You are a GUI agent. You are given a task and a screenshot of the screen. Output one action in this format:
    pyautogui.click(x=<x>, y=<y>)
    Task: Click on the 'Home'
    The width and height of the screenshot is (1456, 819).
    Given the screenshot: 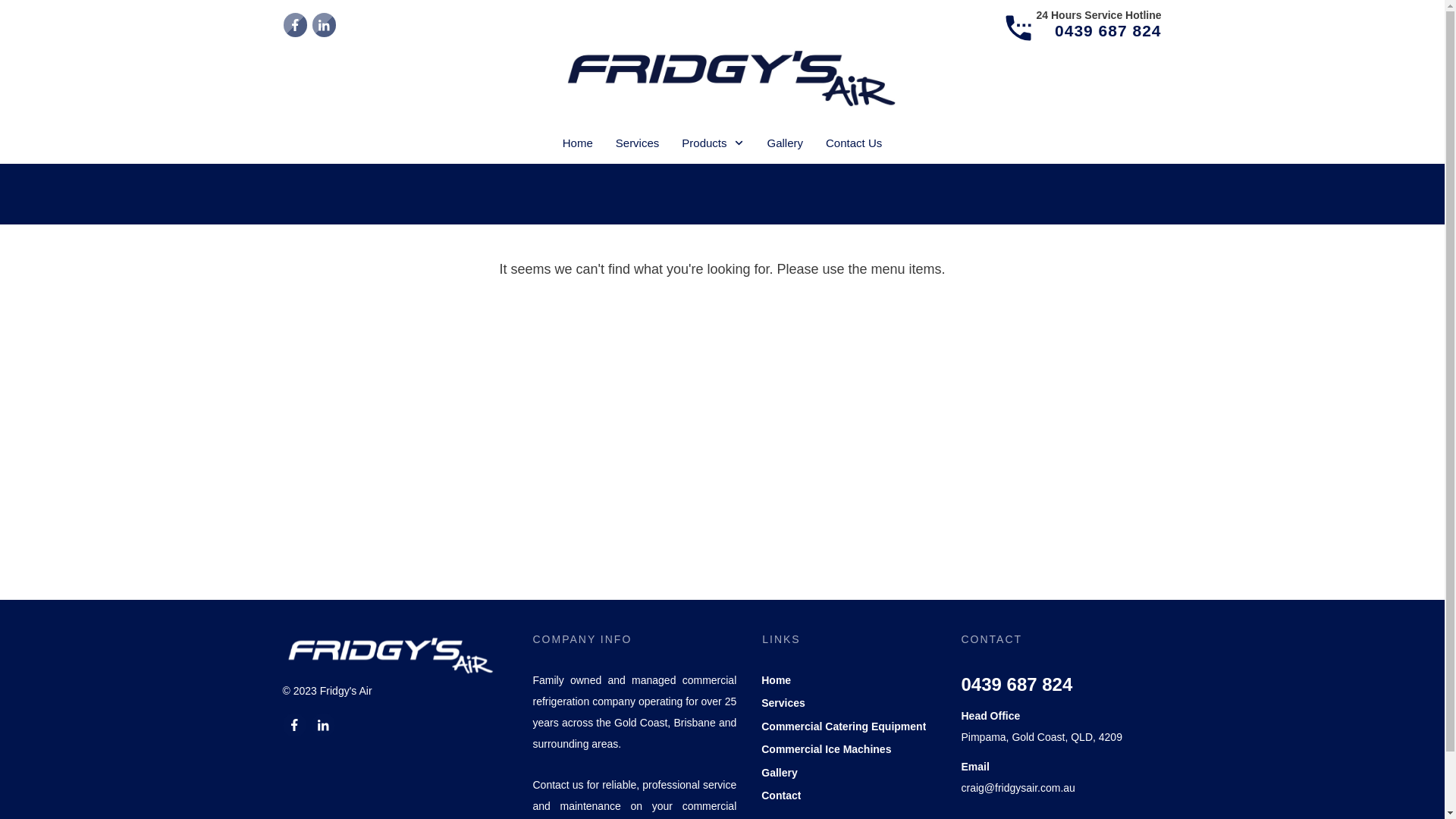 What is the action you would take?
    pyautogui.click(x=776, y=679)
    